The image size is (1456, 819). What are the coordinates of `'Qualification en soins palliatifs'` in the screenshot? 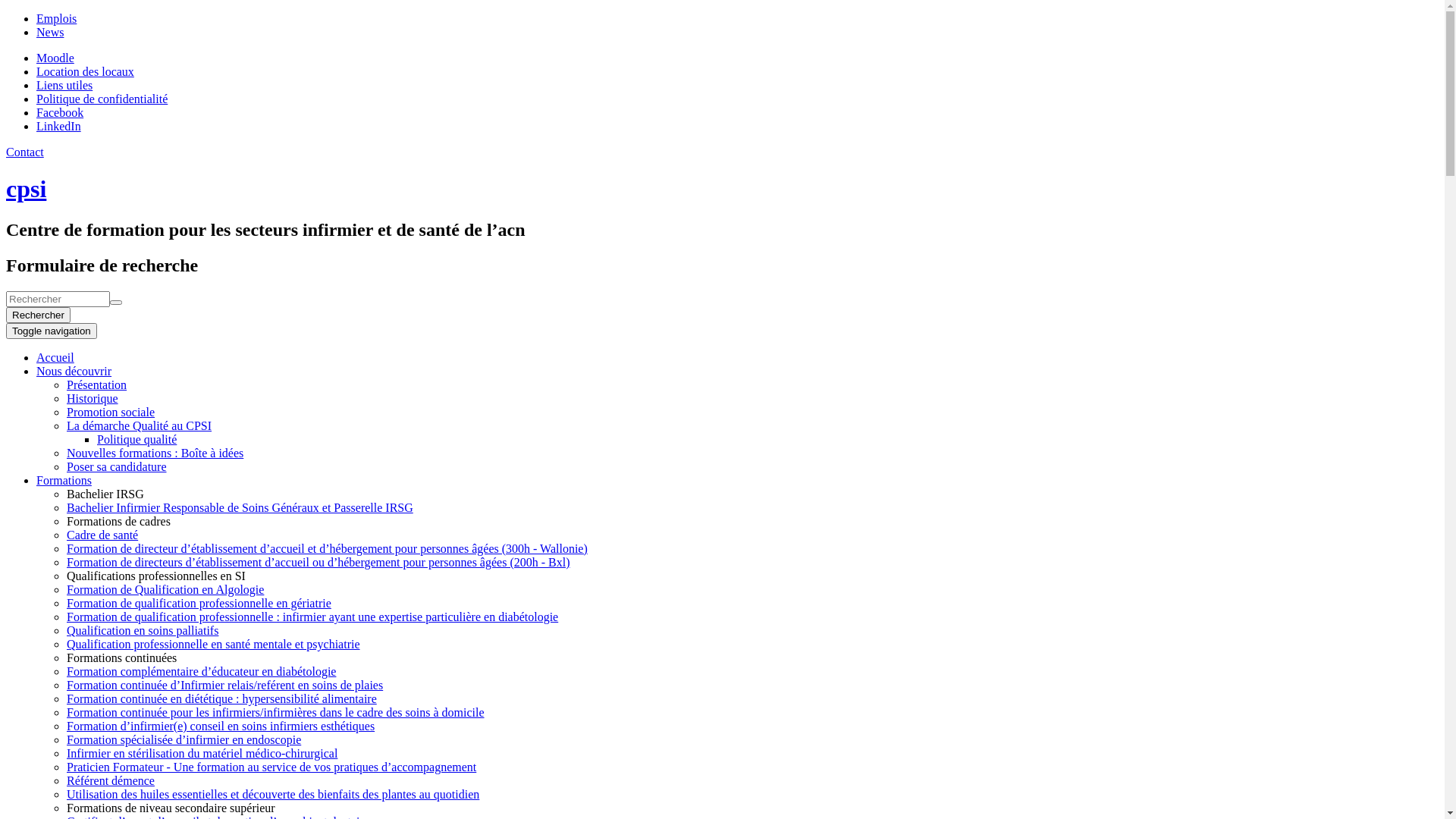 It's located at (142, 630).